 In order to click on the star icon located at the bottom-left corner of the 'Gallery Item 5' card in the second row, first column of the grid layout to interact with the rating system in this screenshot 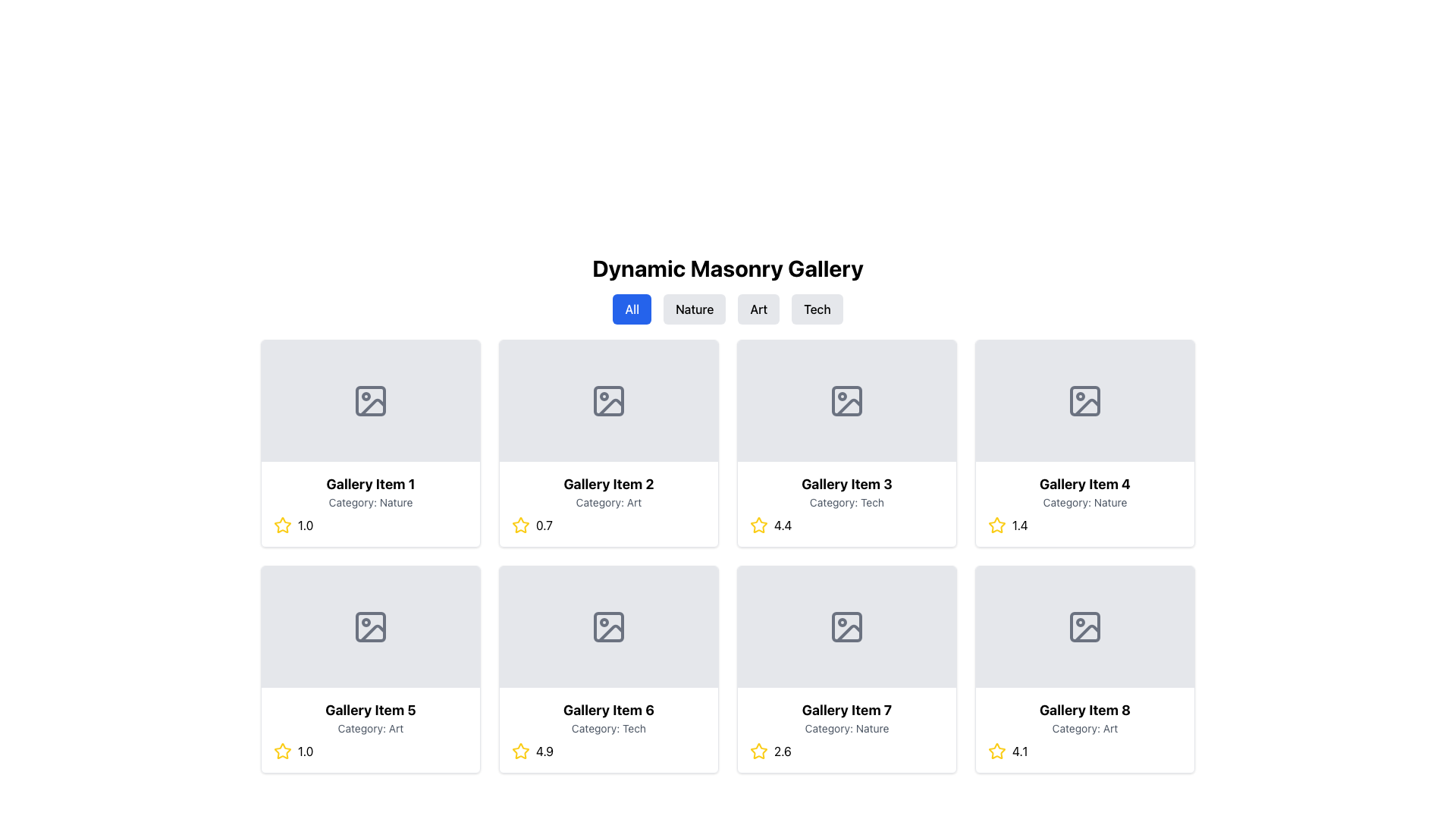, I will do `click(283, 751)`.